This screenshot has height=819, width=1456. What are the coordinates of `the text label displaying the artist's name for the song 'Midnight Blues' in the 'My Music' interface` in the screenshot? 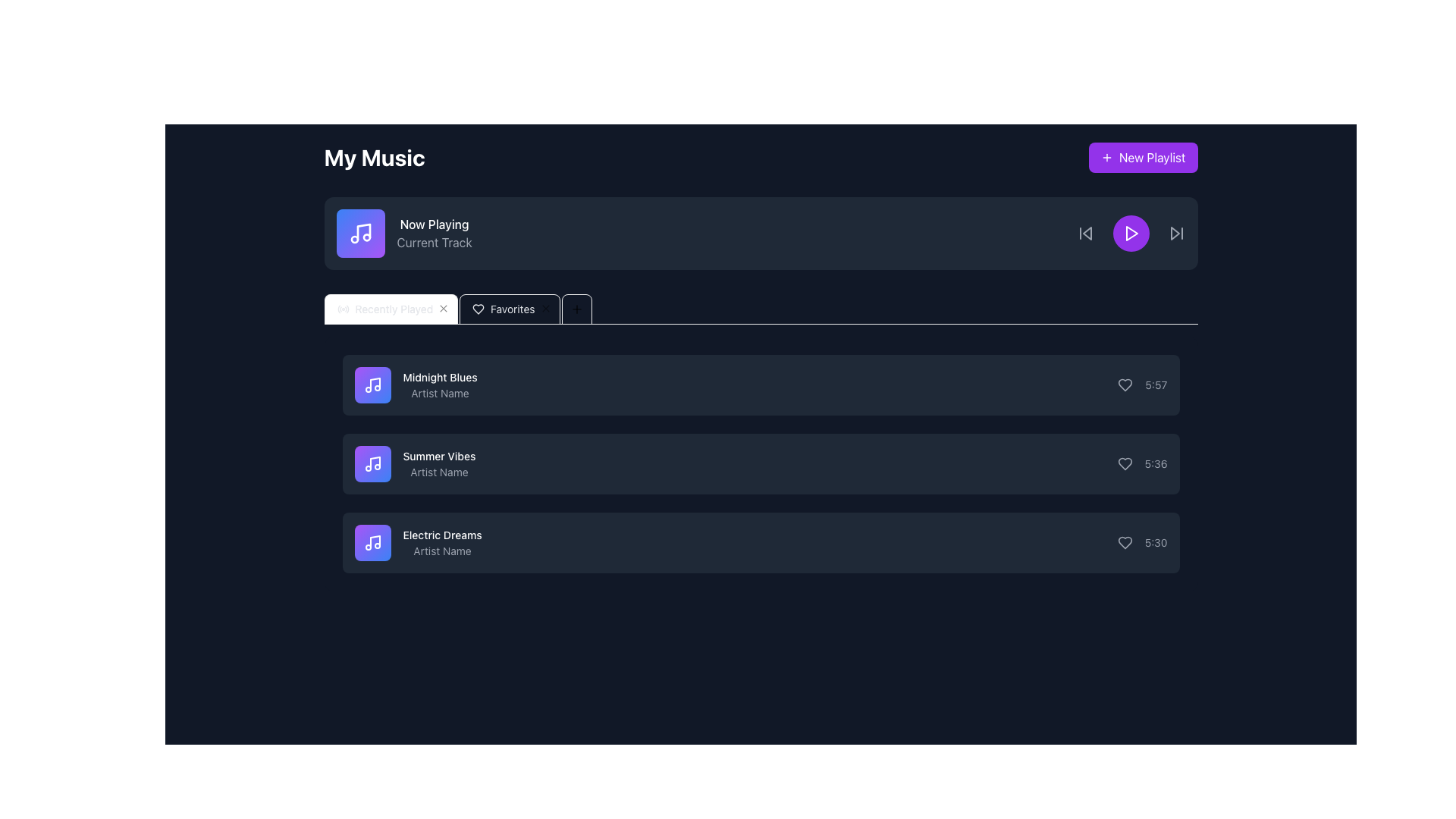 It's located at (439, 393).